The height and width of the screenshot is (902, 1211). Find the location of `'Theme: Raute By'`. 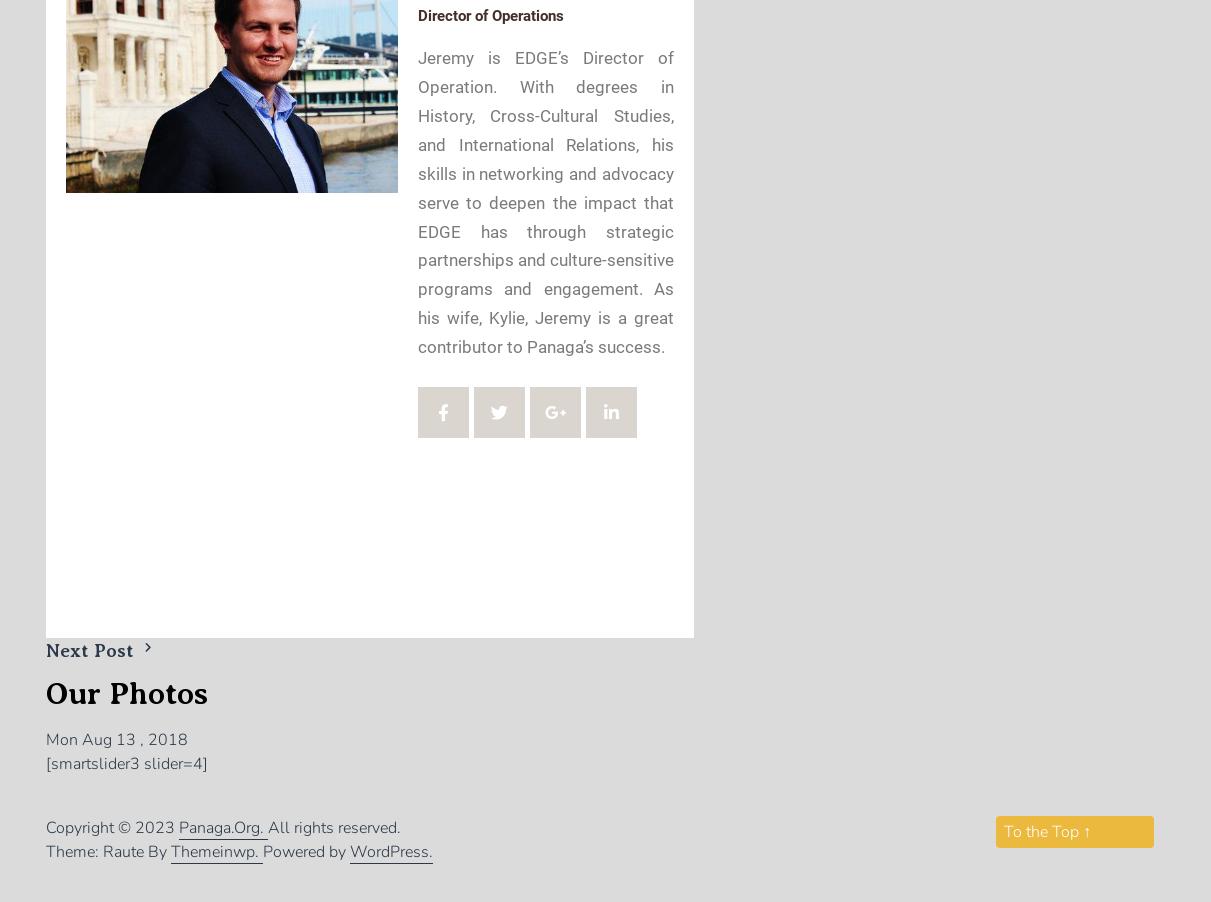

'Theme: Raute By' is located at coordinates (108, 851).